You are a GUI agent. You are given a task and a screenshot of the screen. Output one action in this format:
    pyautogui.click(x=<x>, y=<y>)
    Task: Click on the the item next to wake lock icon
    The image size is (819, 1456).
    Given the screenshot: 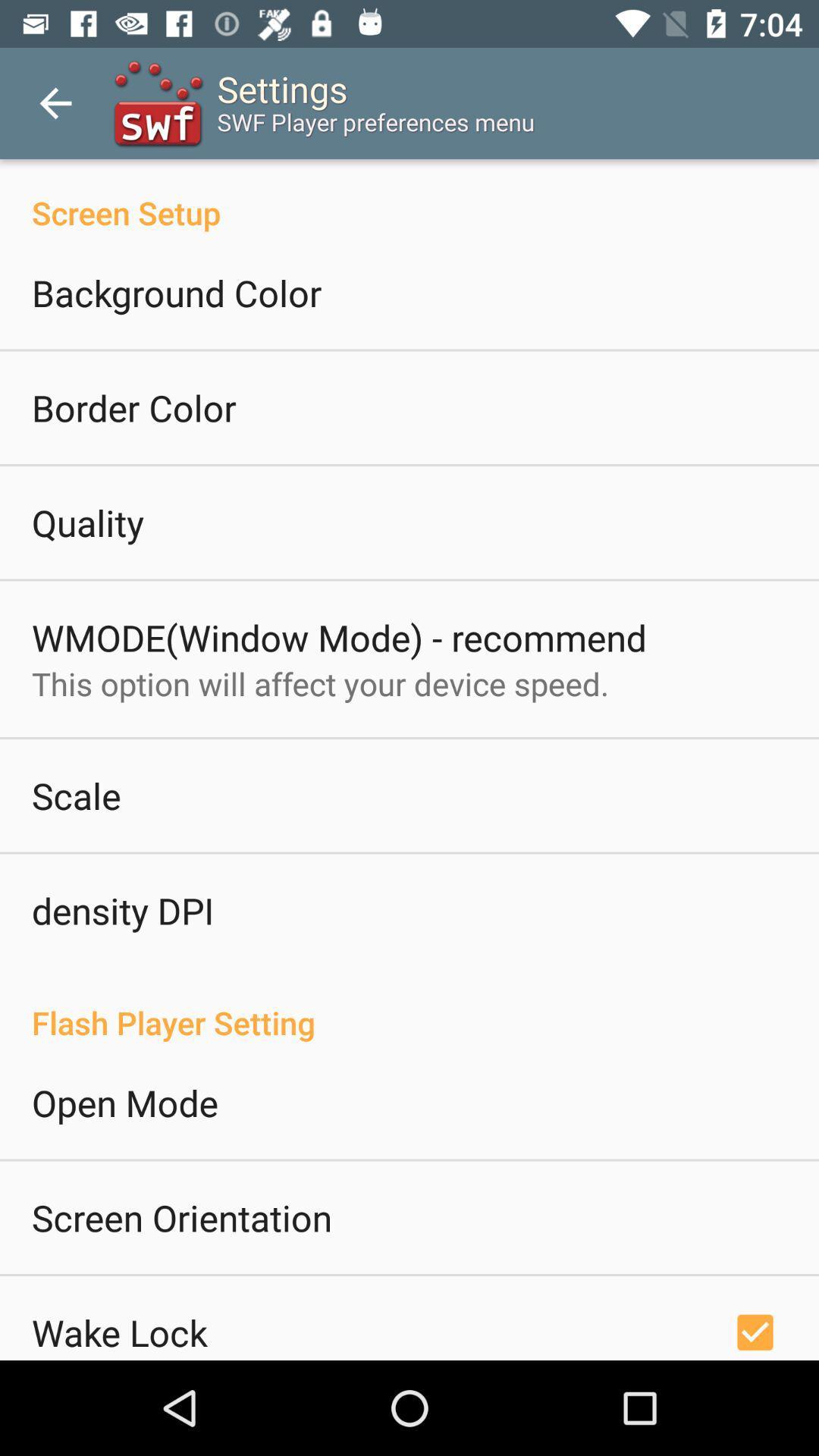 What is the action you would take?
    pyautogui.click(x=755, y=1329)
    